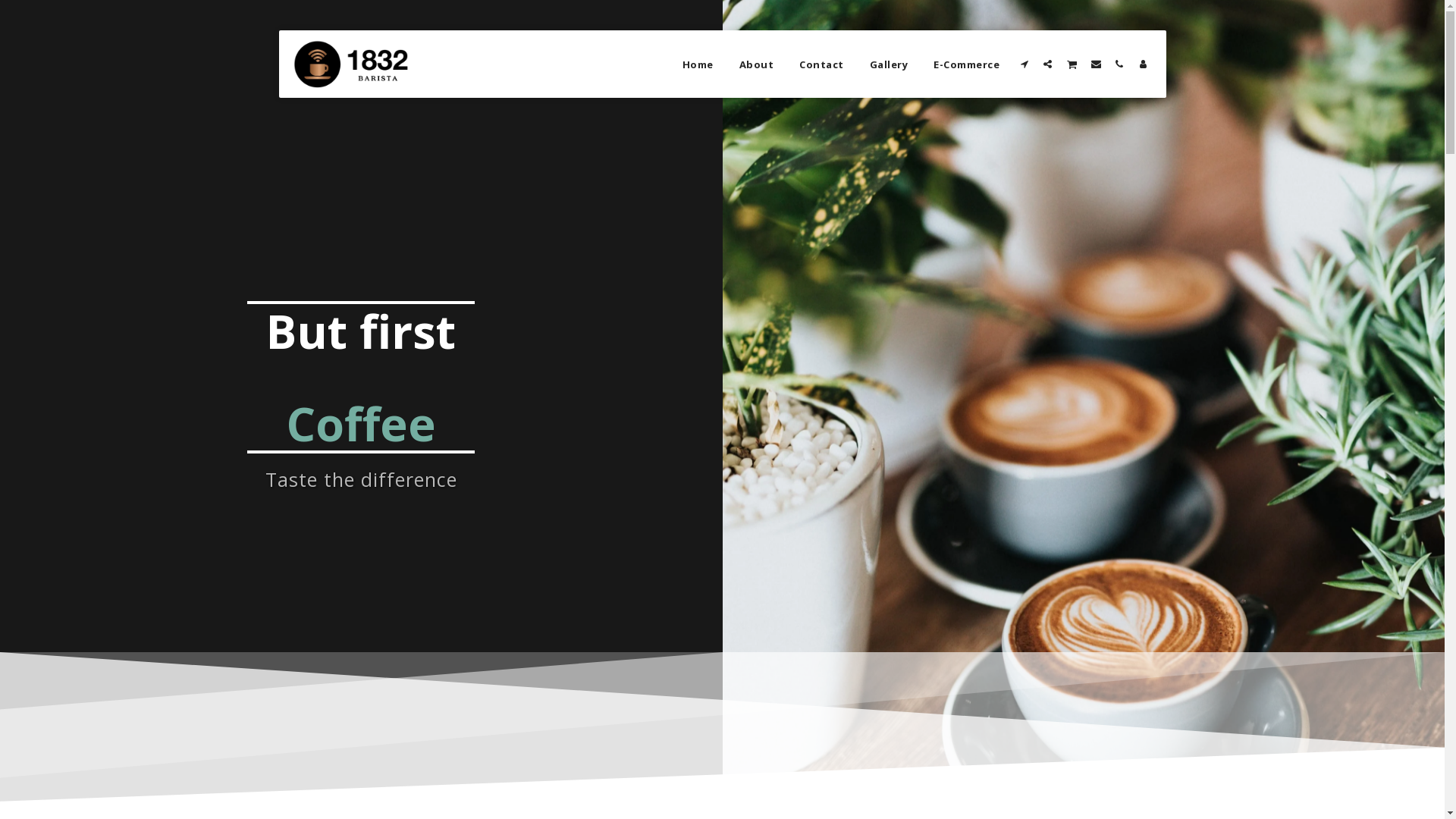 The height and width of the screenshot is (819, 1456). Describe the element at coordinates (757, 63) in the screenshot. I see `'About'` at that location.